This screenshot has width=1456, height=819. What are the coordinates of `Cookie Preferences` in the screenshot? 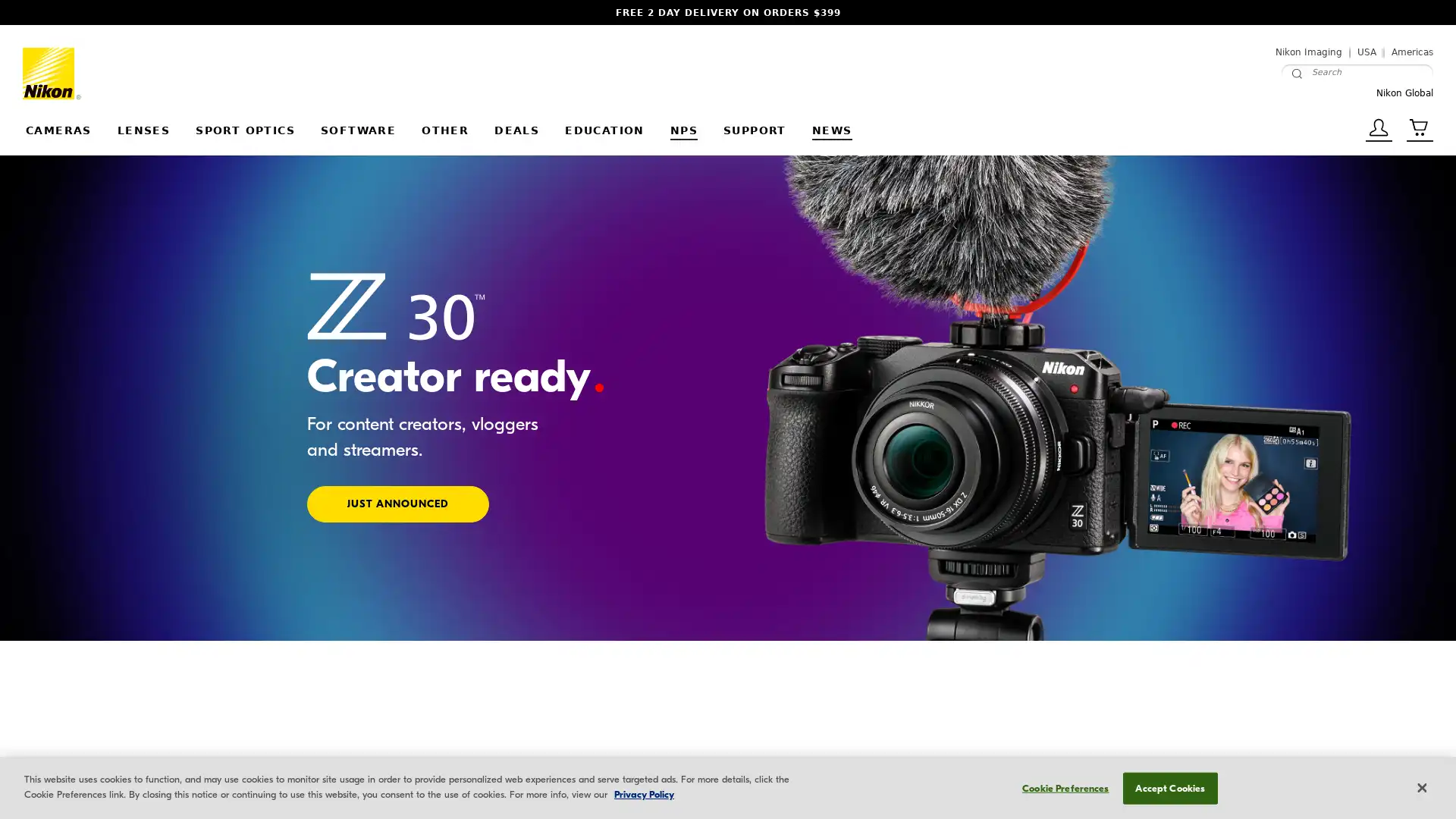 It's located at (1060, 786).